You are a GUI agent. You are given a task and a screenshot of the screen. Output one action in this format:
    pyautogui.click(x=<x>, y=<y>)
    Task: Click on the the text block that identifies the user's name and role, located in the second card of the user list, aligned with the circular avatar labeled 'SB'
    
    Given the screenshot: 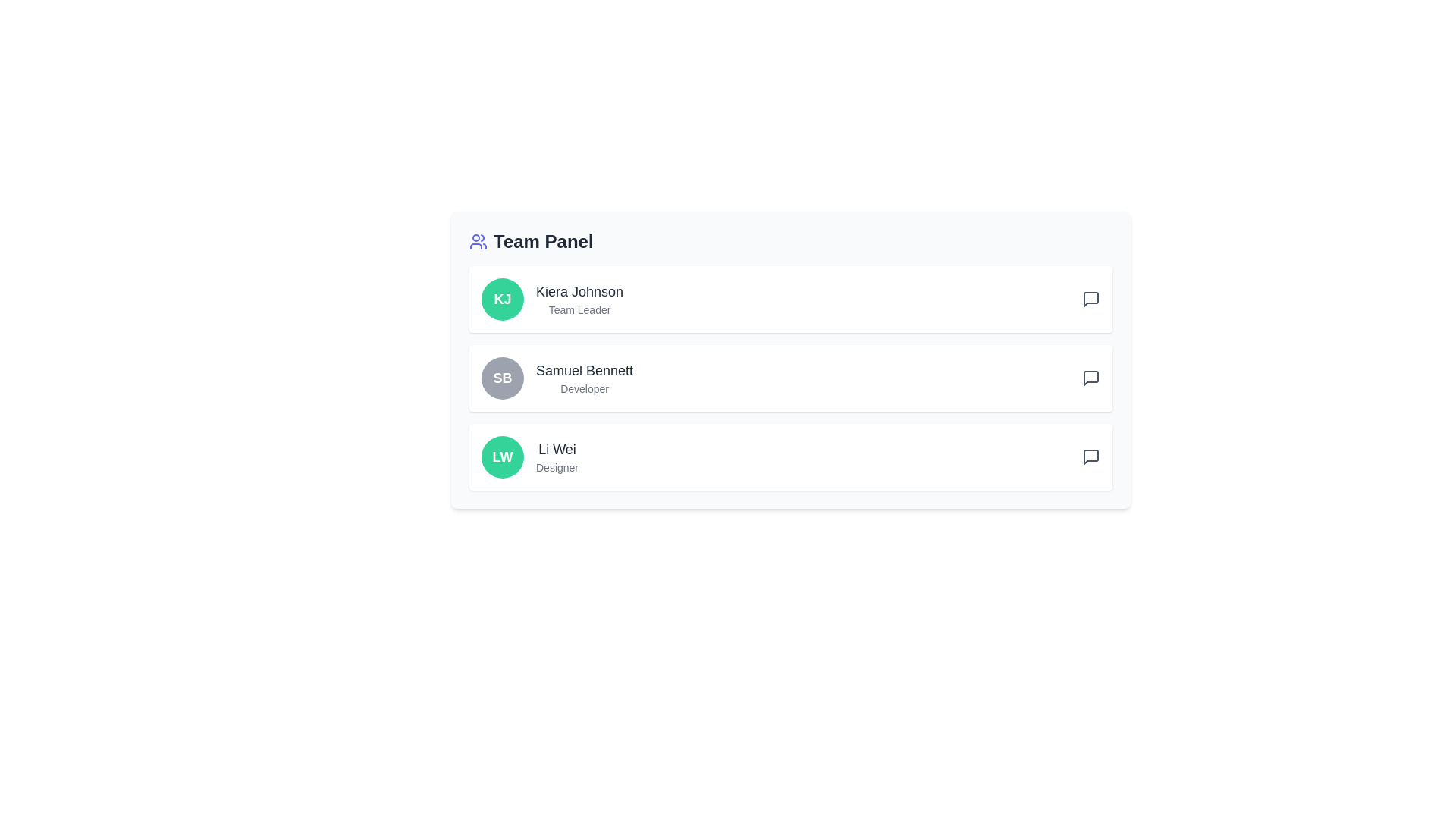 What is the action you would take?
    pyautogui.click(x=584, y=377)
    